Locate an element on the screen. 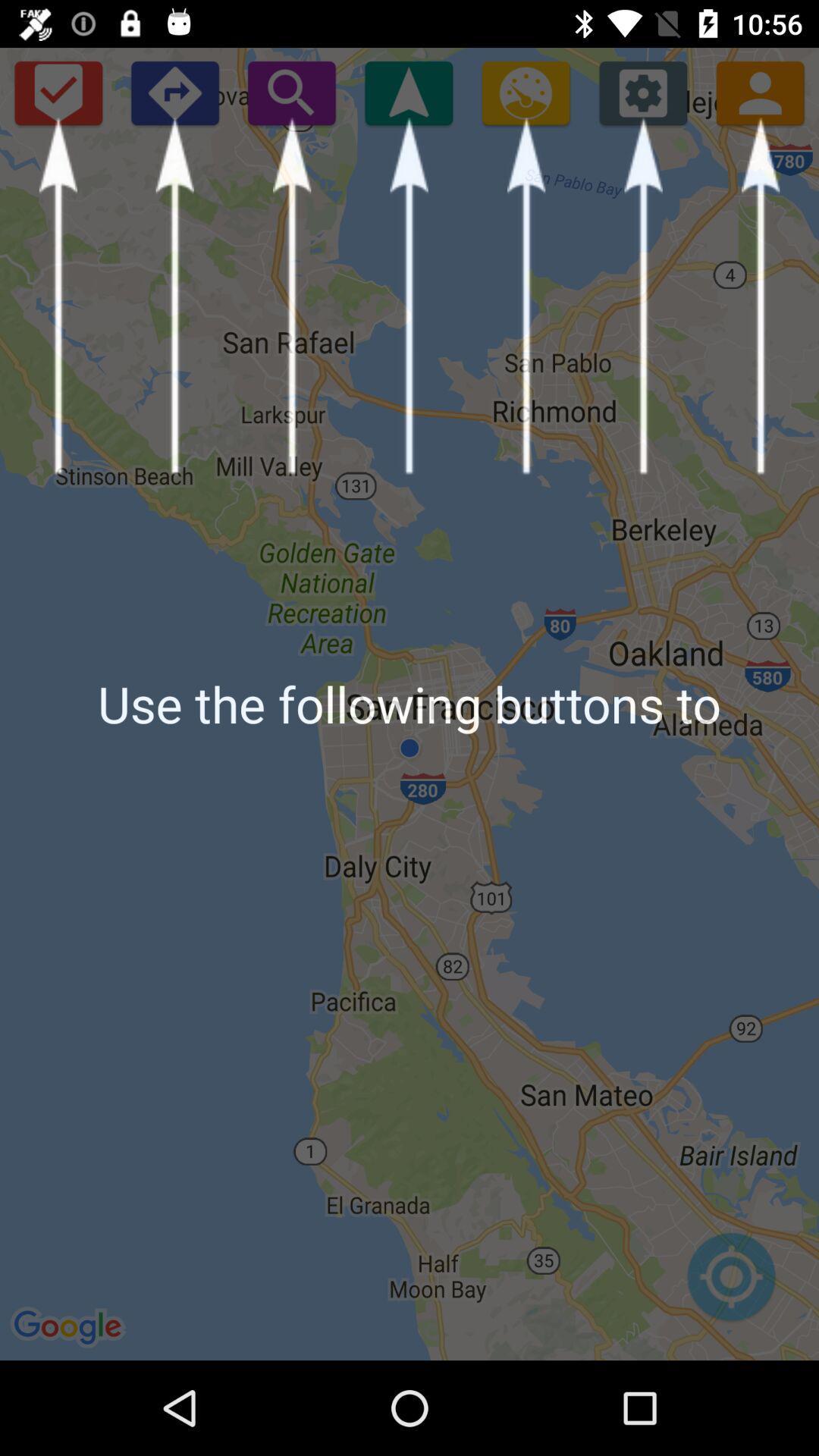 This screenshot has height=1456, width=819. the app above use the following app is located at coordinates (408, 92).